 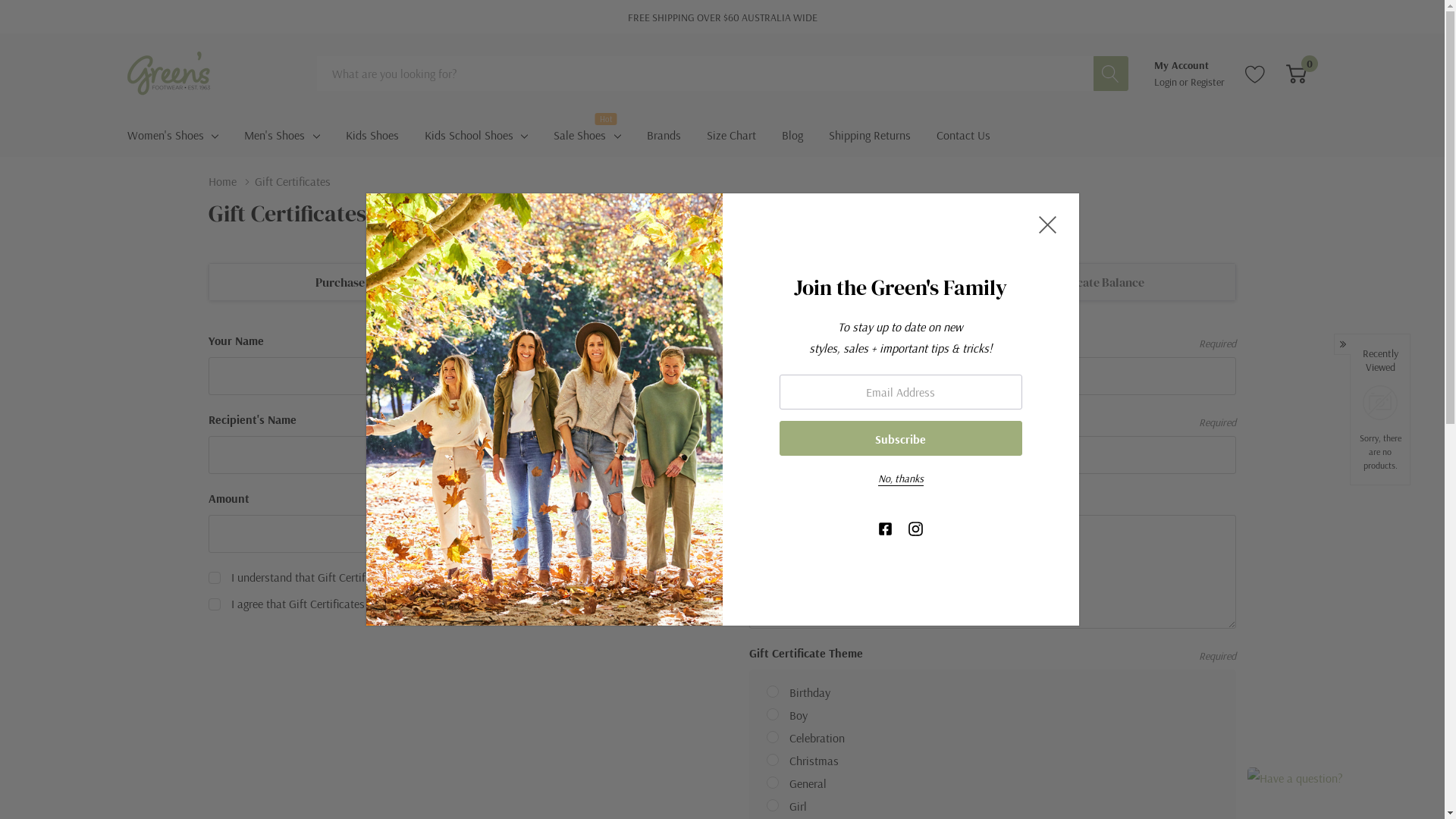 What do you see at coordinates (579, 133) in the screenshot?
I see `'Sale Shoes` at bounding box center [579, 133].